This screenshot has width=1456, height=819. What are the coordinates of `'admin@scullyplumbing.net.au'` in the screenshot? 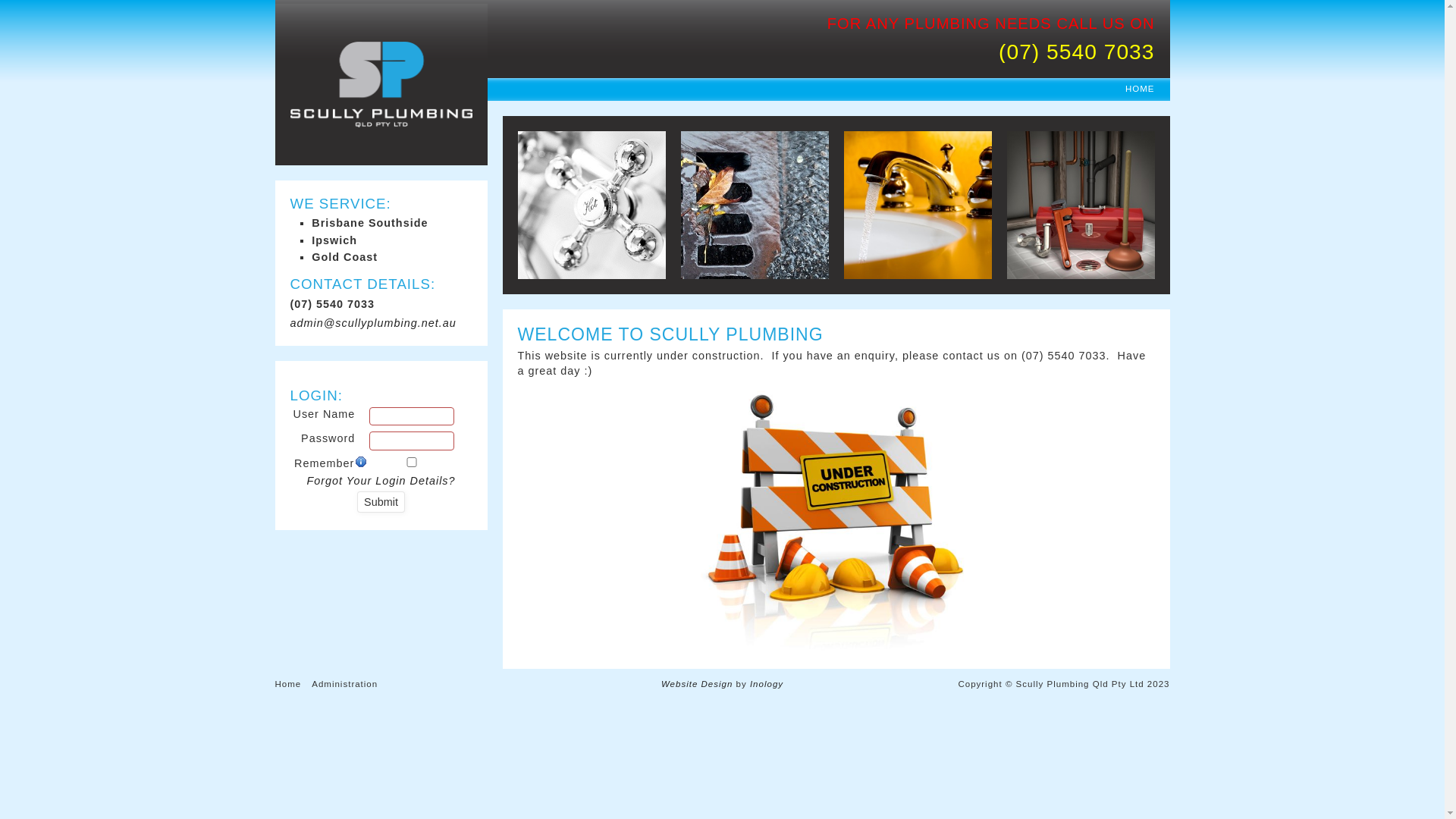 It's located at (381, 322).